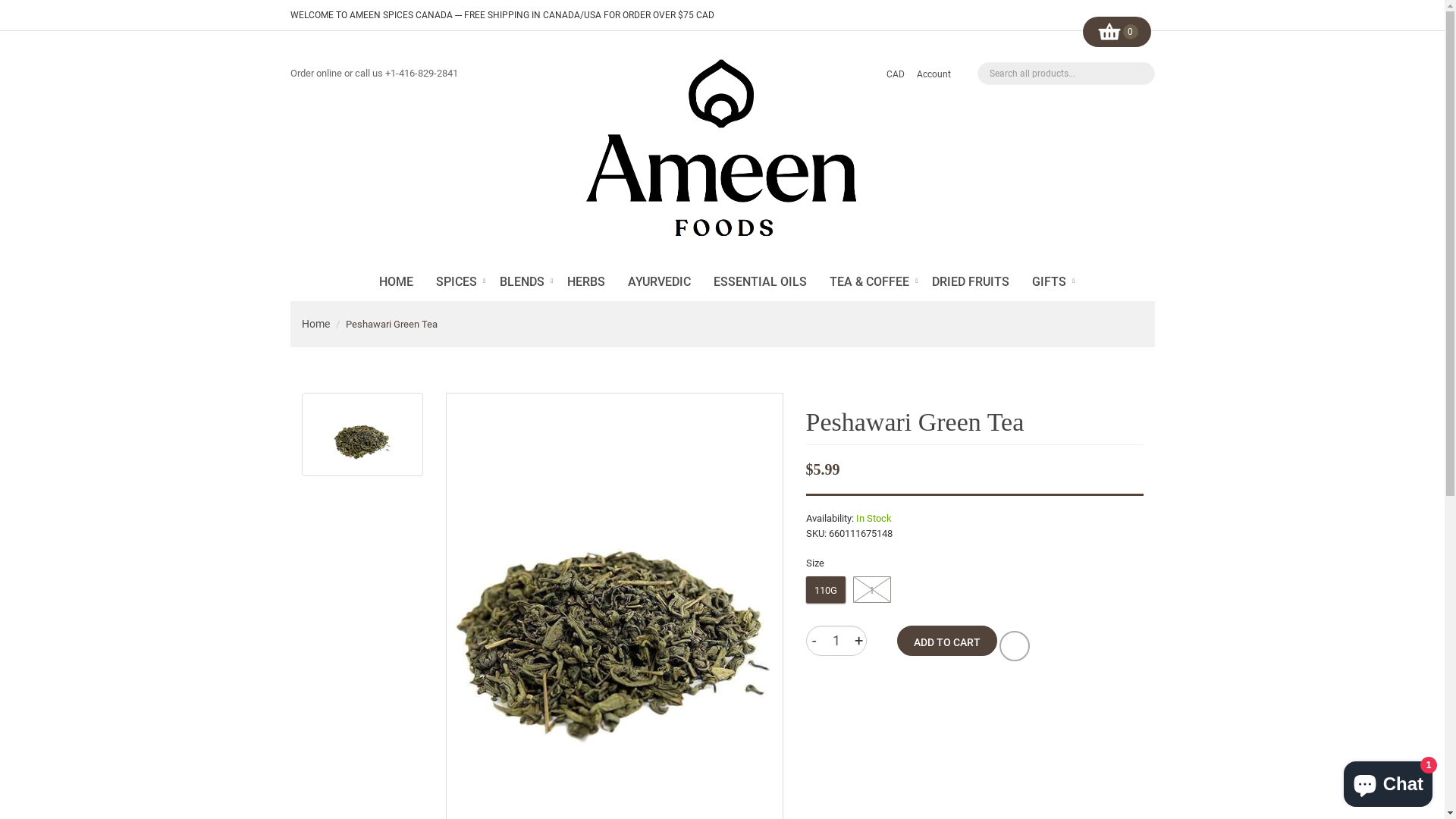 This screenshot has width=1456, height=819. What do you see at coordinates (971, 281) in the screenshot?
I see `'DRIED FRUITS'` at bounding box center [971, 281].